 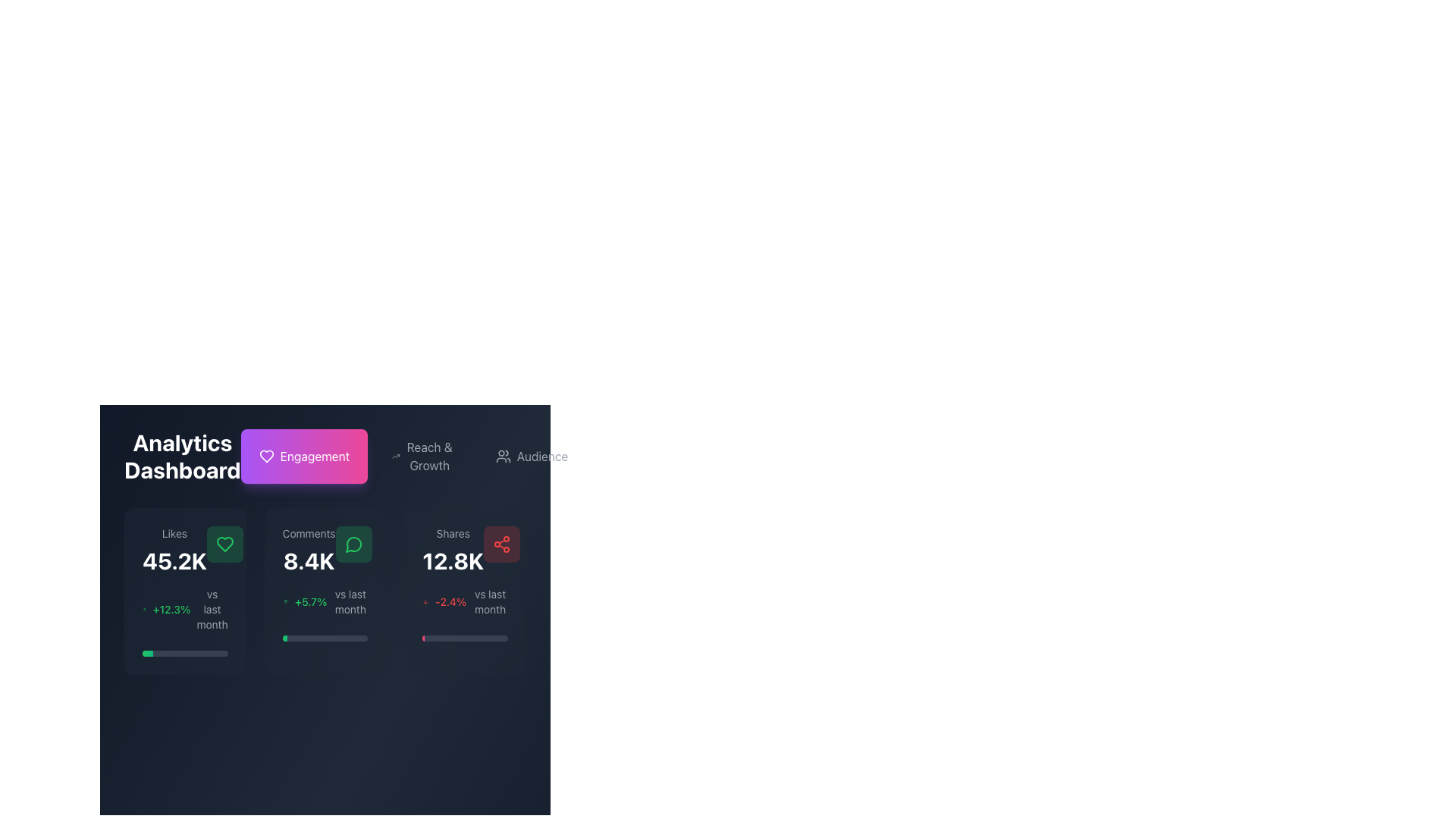 I want to click on the 'Audience' text label within the navigation menu, so click(x=542, y=455).